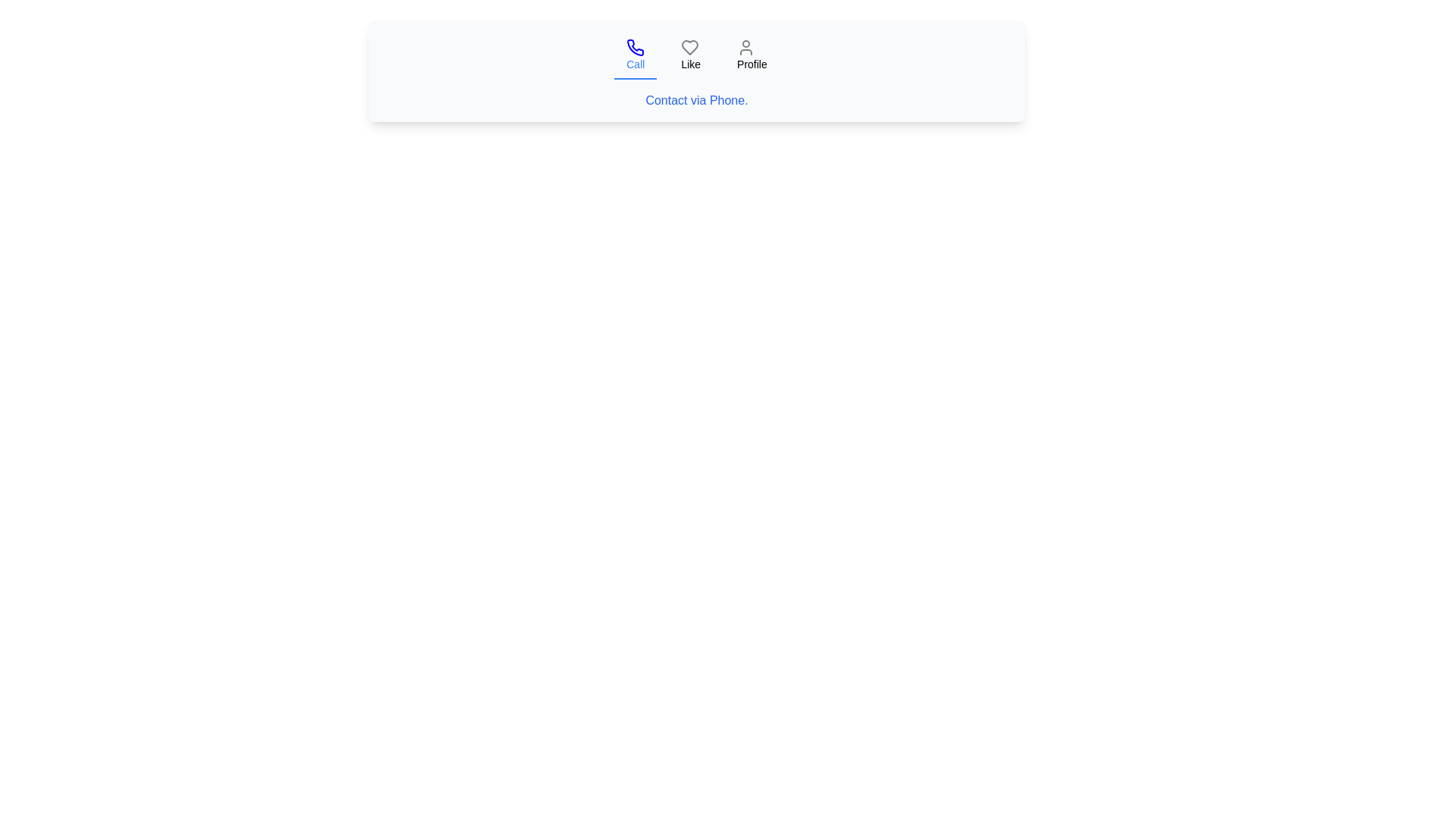 The width and height of the screenshot is (1456, 819). I want to click on the 'Call' button with a phone icon to trigger the tooltip or animation, so click(635, 55).